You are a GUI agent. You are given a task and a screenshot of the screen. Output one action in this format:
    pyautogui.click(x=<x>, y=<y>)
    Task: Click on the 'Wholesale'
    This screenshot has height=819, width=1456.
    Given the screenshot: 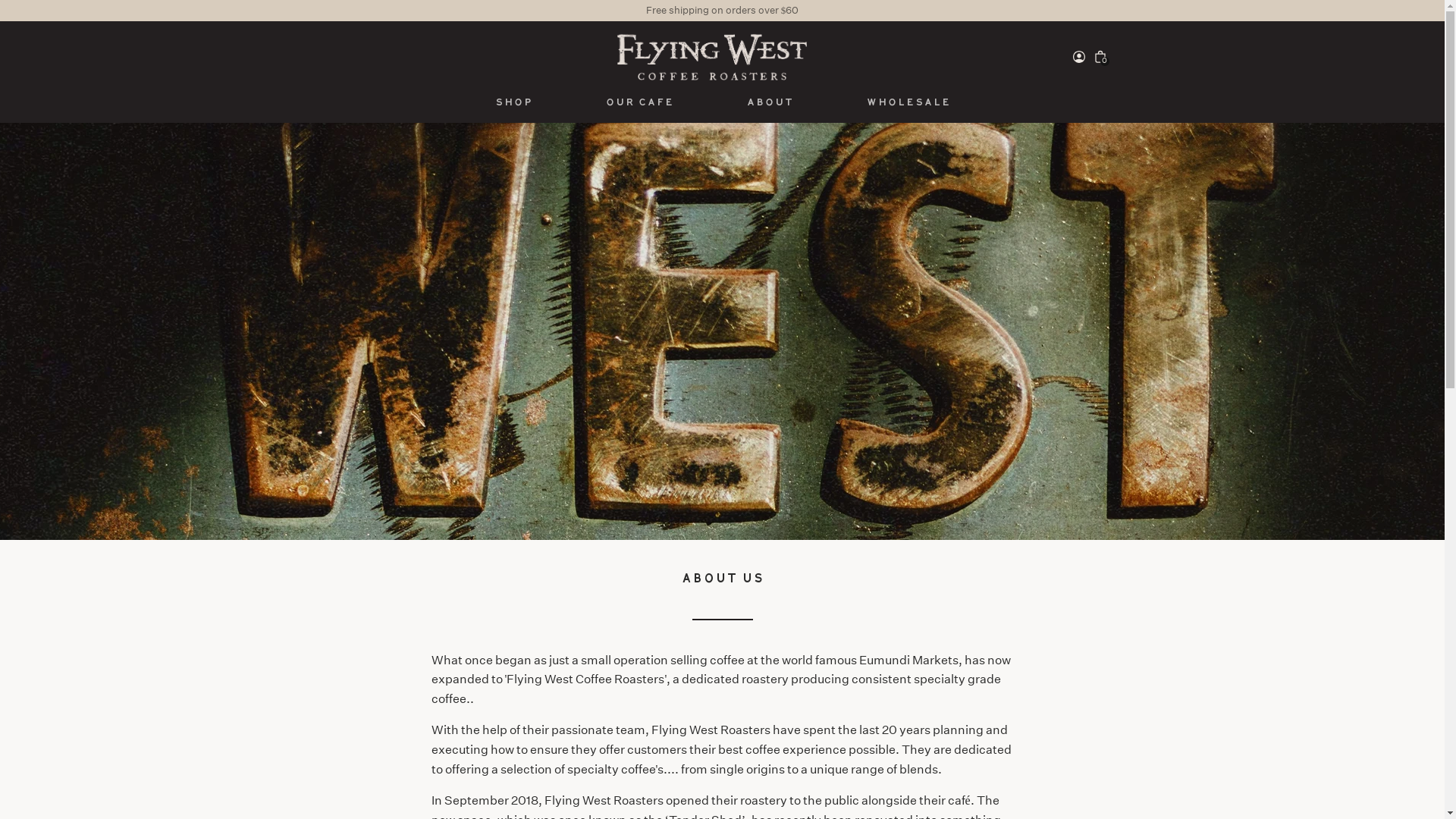 What is the action you would take?
    pyautogui.click(x=908, y=102)
    